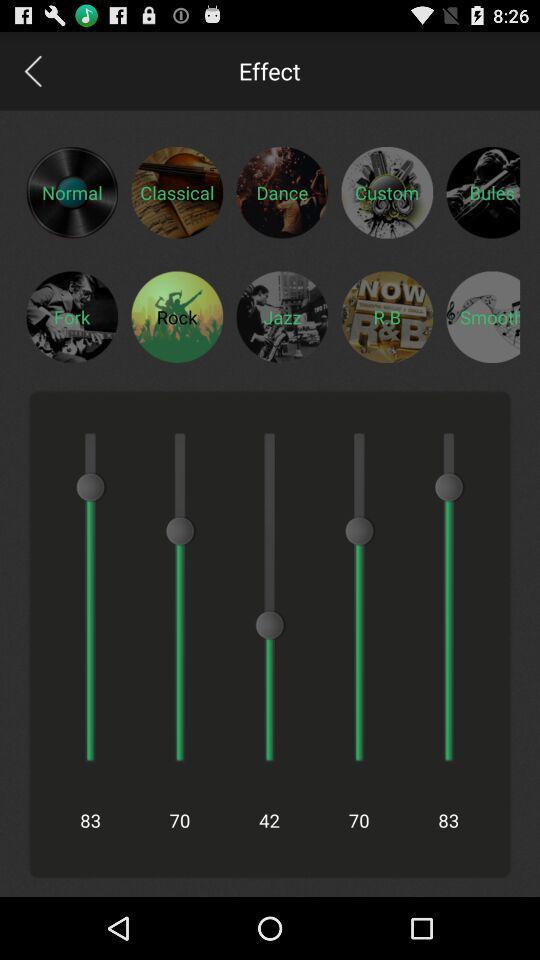 This screenshot has width=540, height=960. Describe the element at coordinates (482, 316) in the screenshot. I see `playlist` at that location.